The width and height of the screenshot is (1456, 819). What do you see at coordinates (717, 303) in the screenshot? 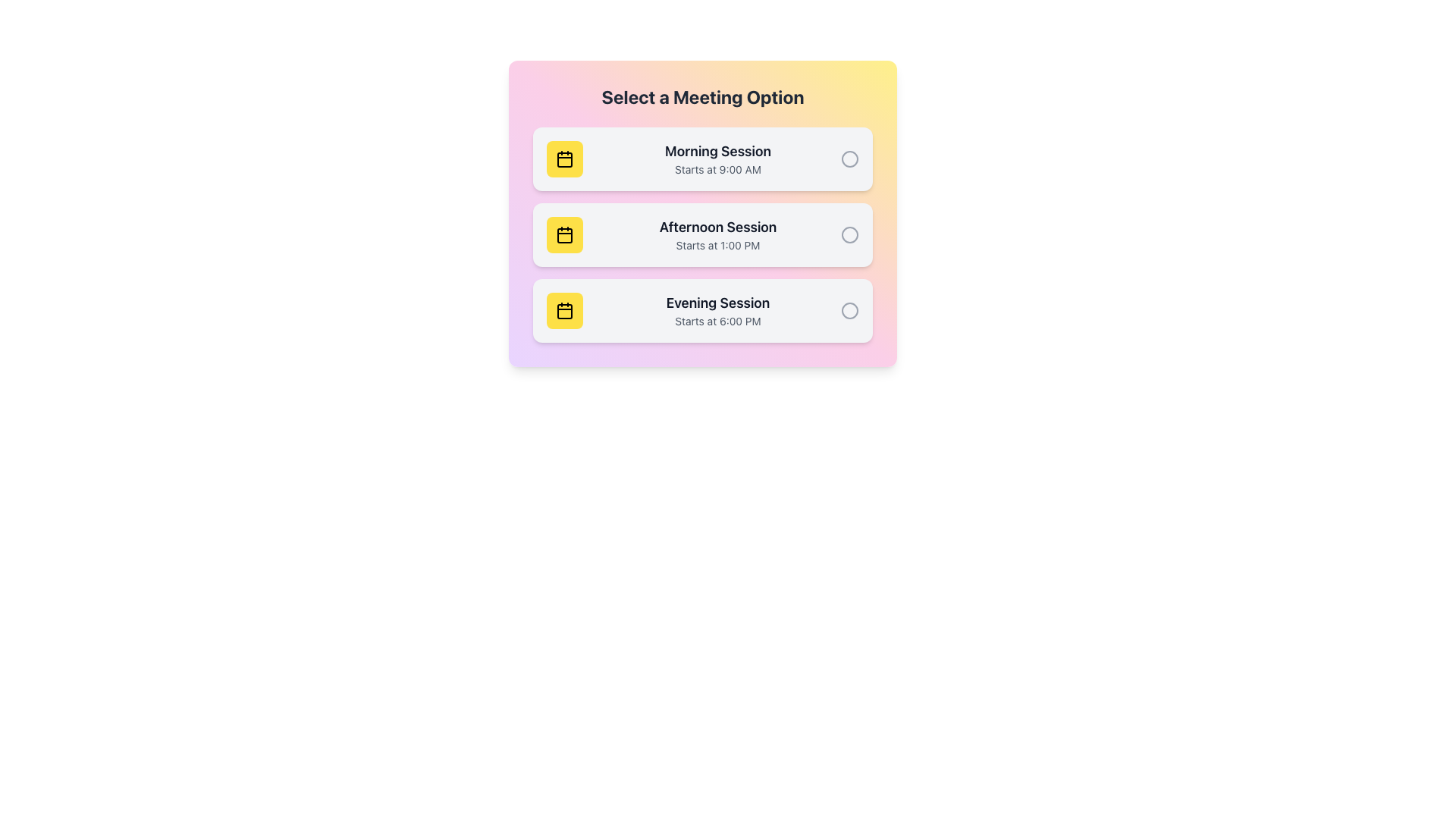
I see `the text label that reads 'Evening Session', which is positioned in the third session selection card and is styled in bold, large font with dark gray or black color` at bounding box center [717, 303].